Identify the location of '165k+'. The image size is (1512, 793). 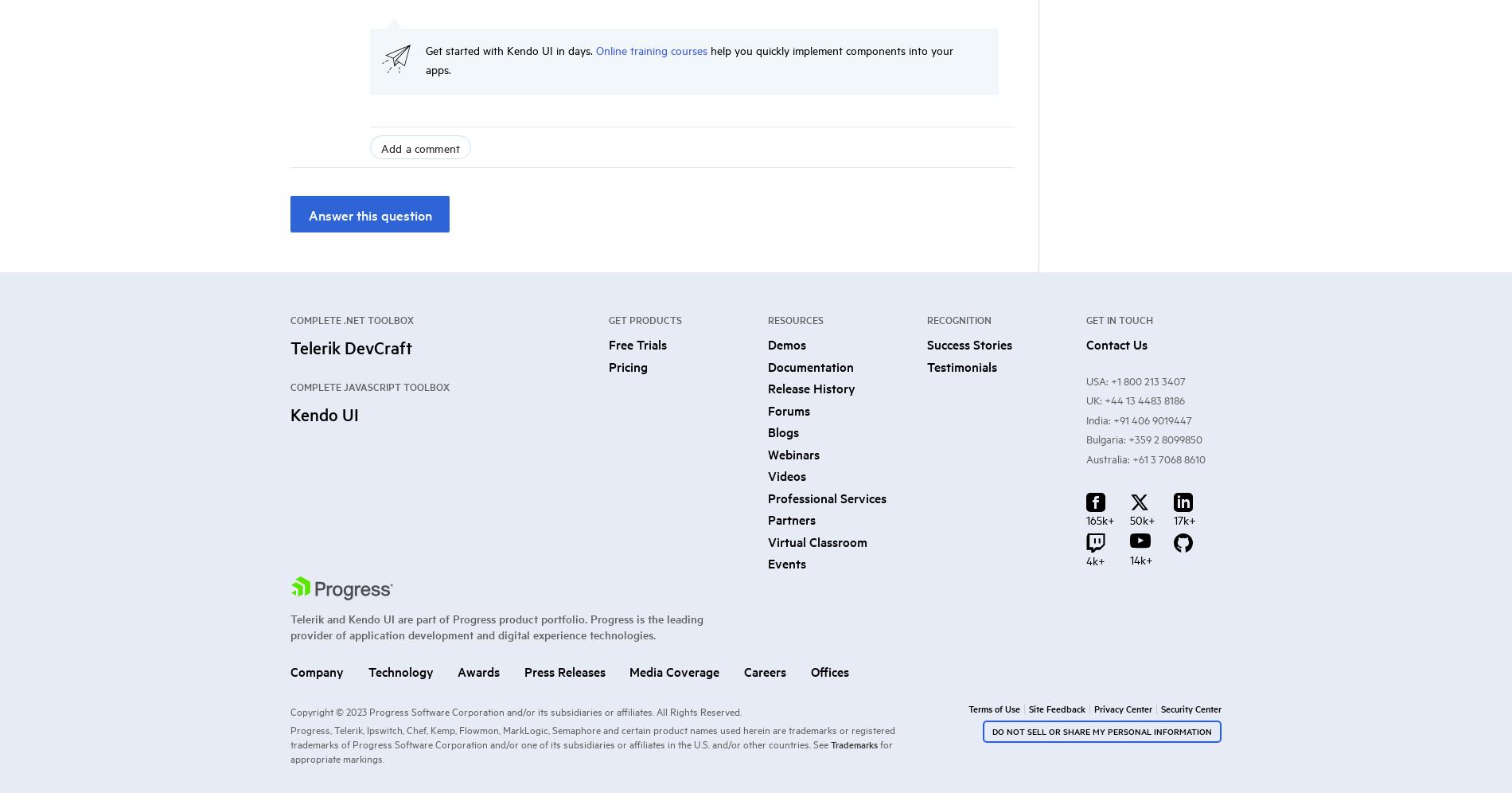
(1100, 518).